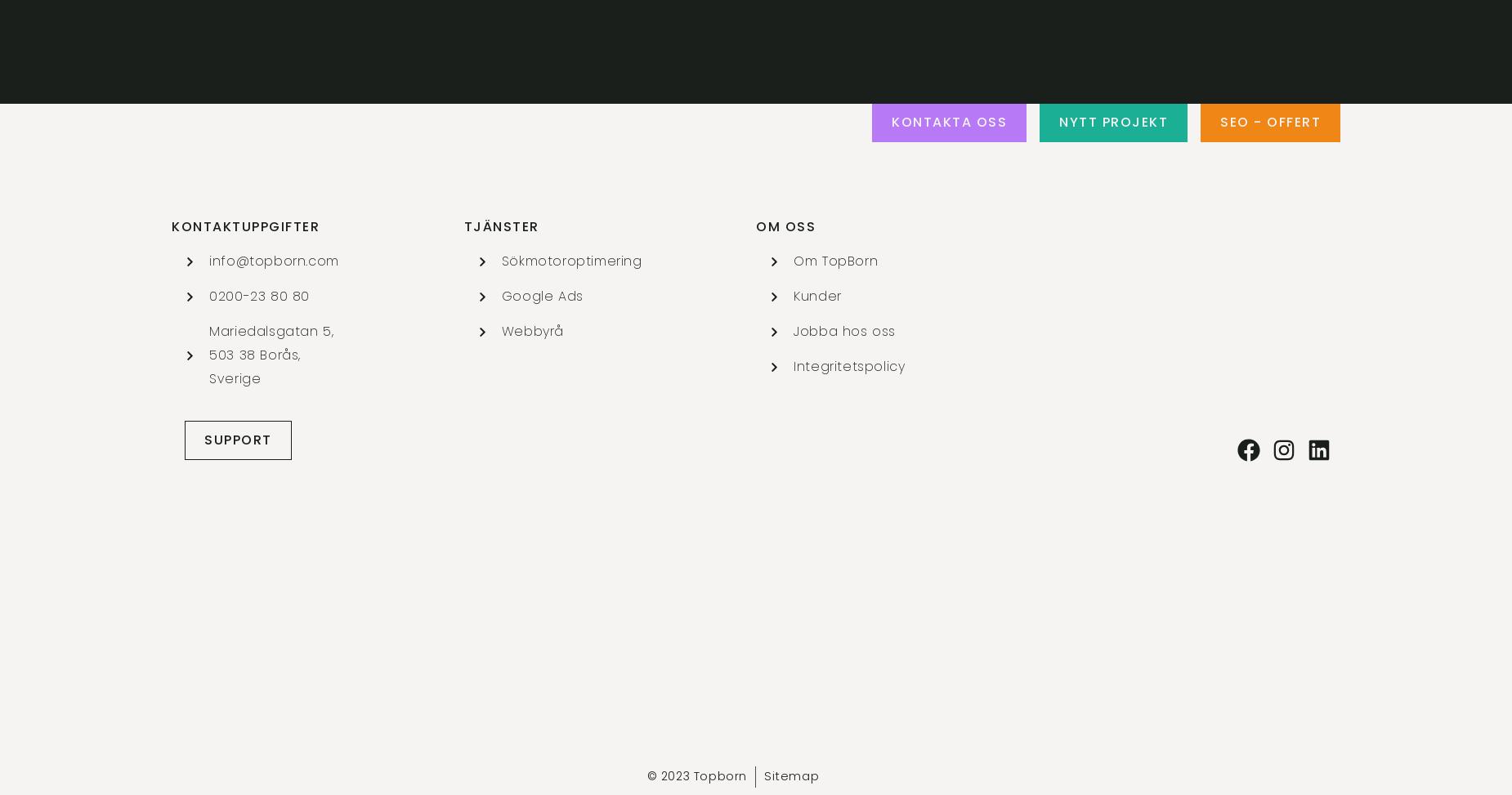 This screenshot has height=795, width=1512. I want to click on '0200-23 80 80', so click(258, 295).